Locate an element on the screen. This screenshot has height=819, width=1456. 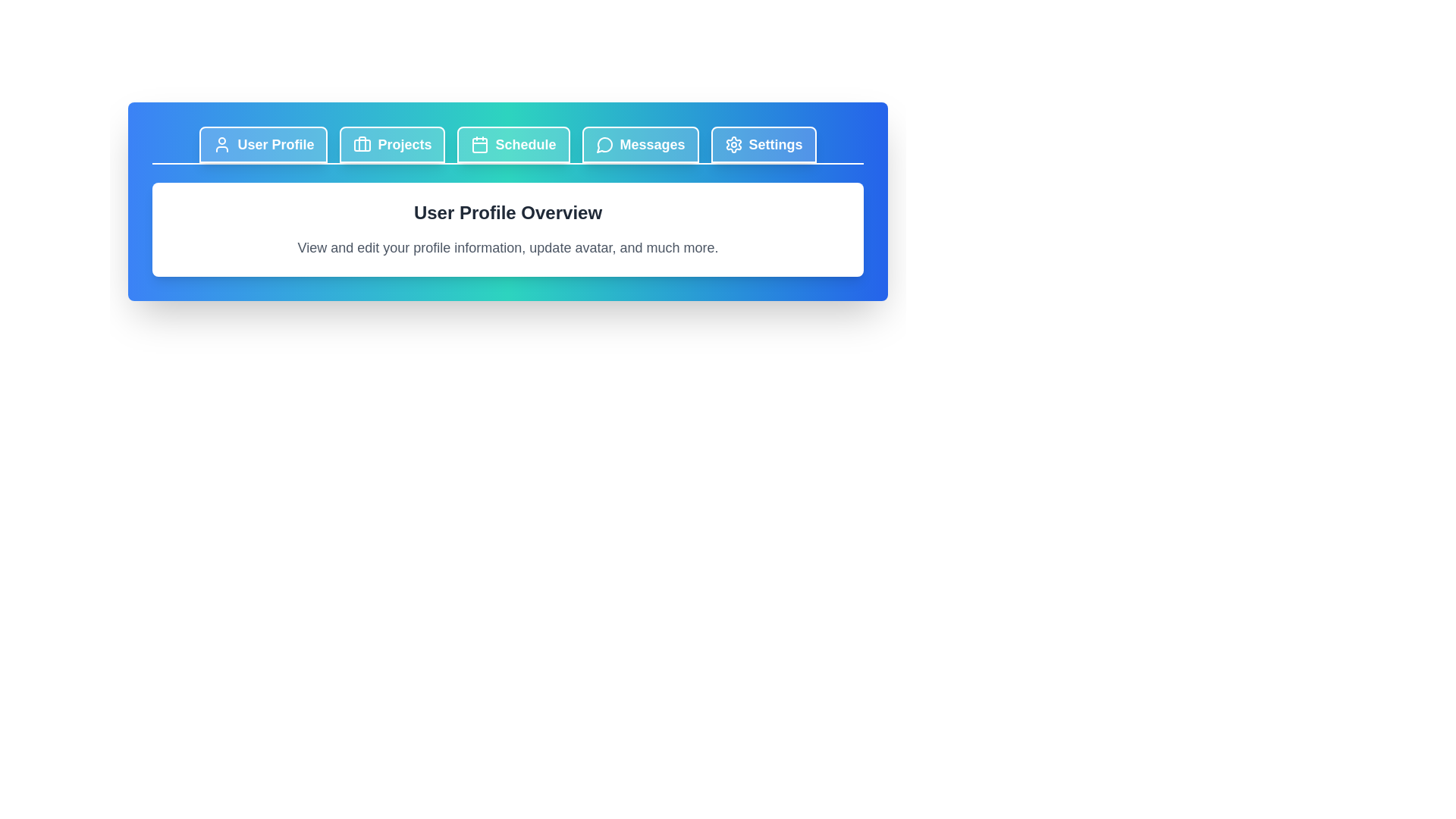
the 'Messages' tab with a blue background and a speech bubble icon to observe any hover effects is located at coordinates (640, 145).